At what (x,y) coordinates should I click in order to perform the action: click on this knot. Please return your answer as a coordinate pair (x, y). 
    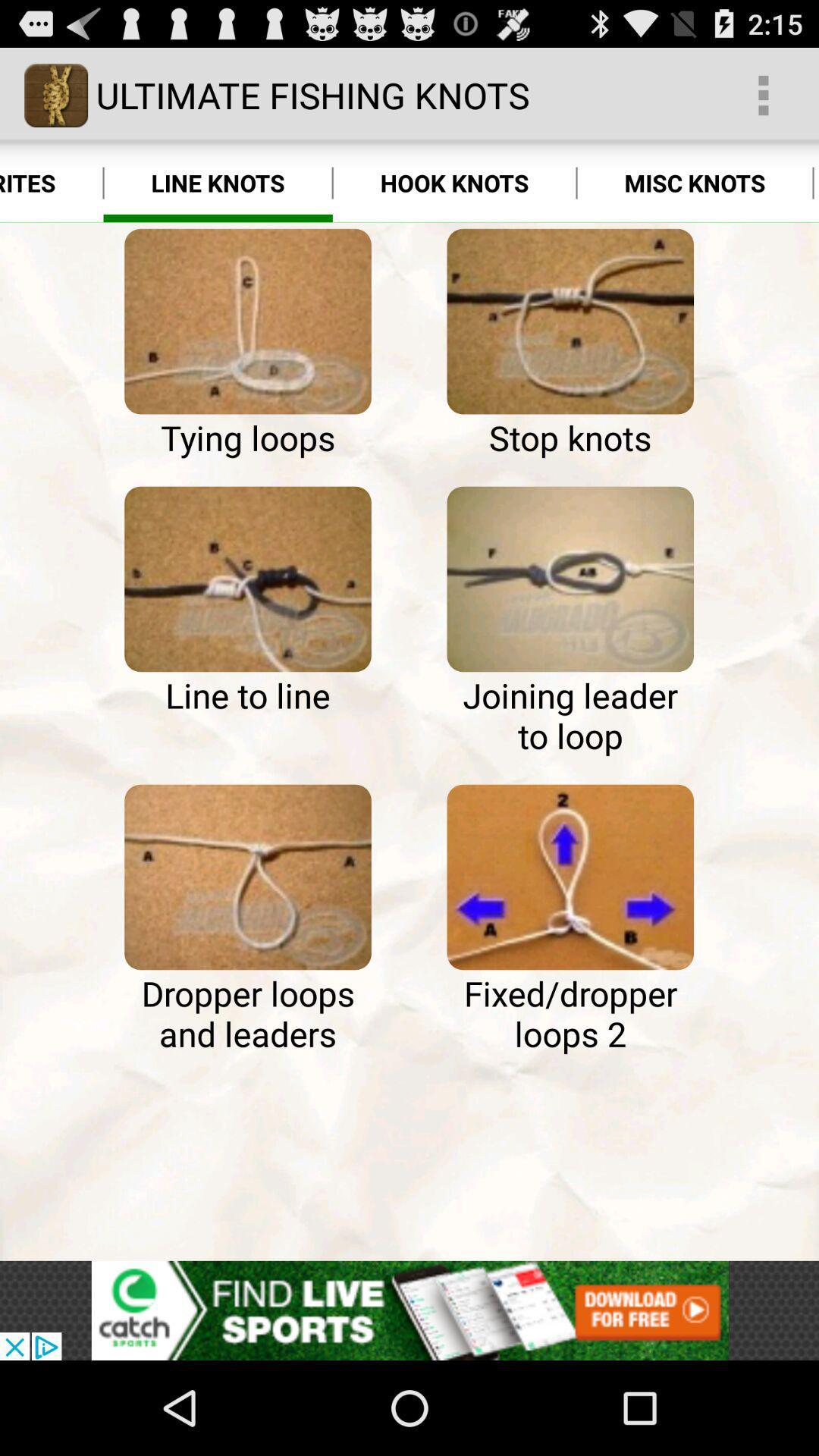
    Looking at the image, I should click on (570, 877).